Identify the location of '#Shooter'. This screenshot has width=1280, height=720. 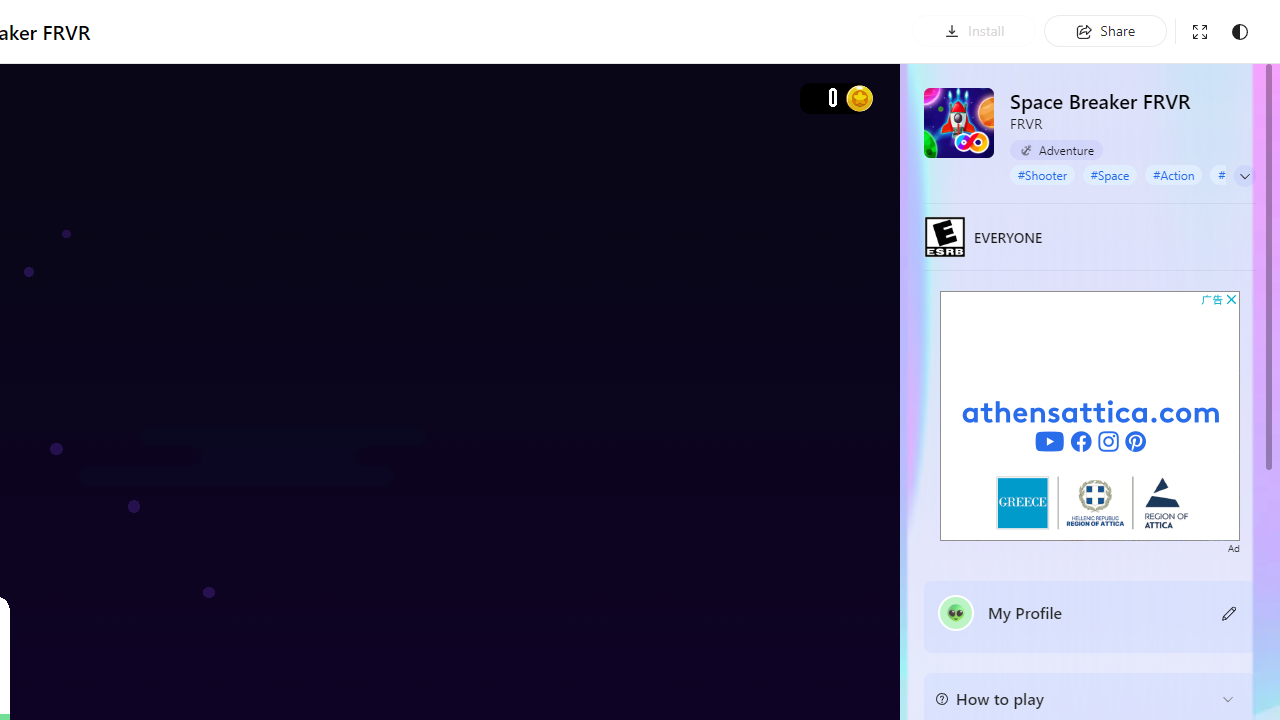
(1041, 173).